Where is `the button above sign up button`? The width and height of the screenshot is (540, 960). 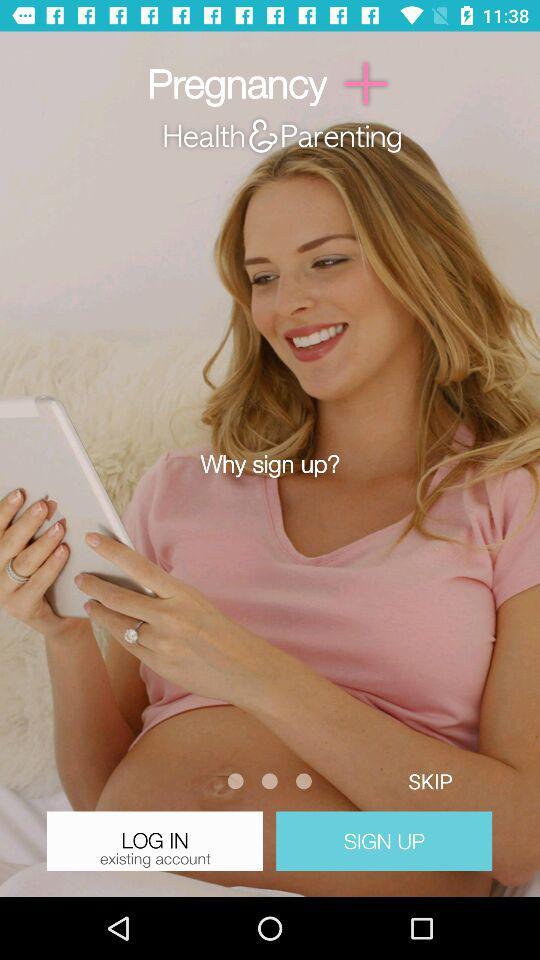 the button above sign up button is located at coordinates (429, 781).